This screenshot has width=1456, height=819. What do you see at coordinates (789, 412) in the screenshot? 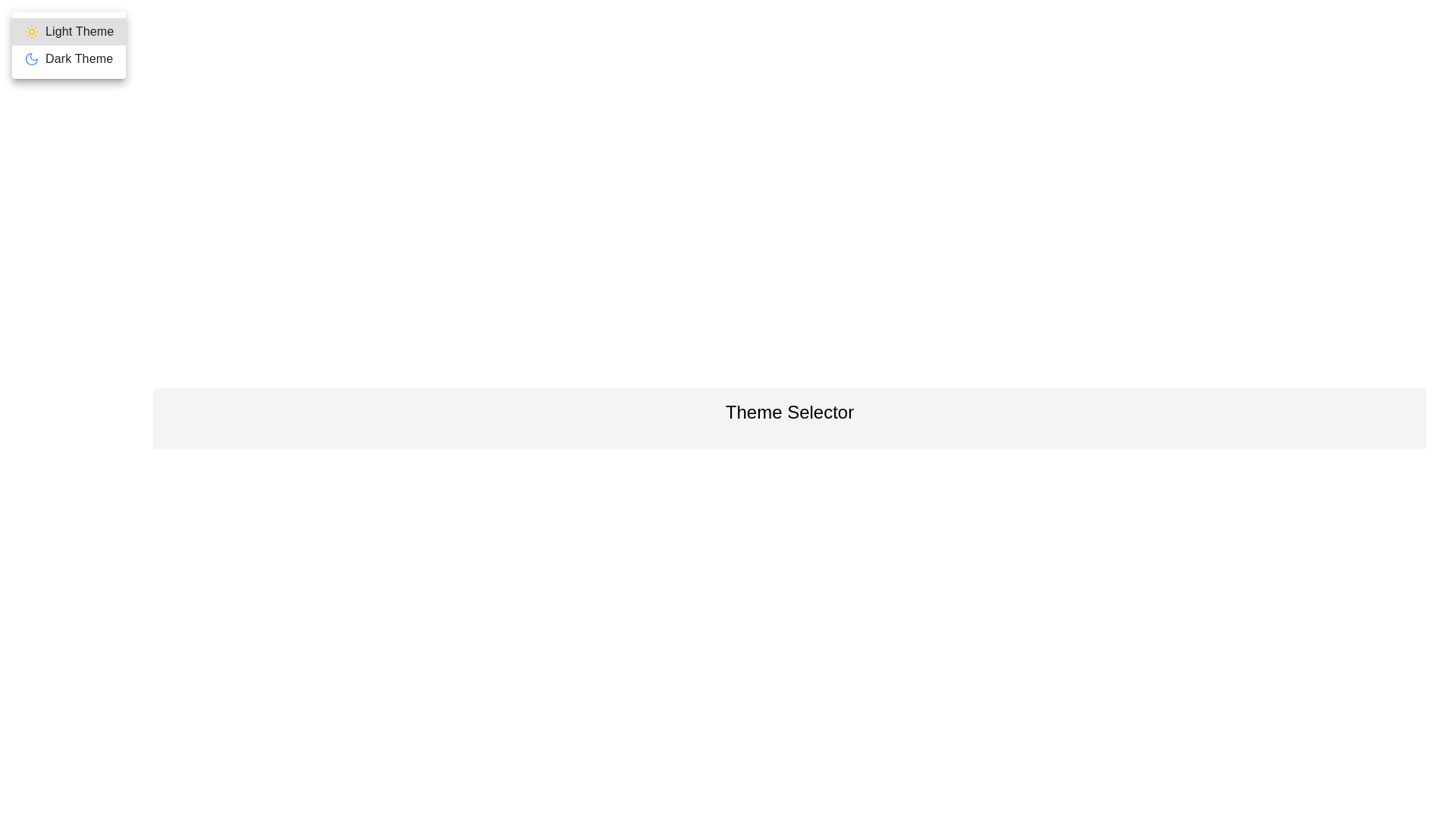
I see `the header element labeled 'Theme Selector', which is prominently styled in bold and located at the center of a light gray background` at bounding box center [789, 412].